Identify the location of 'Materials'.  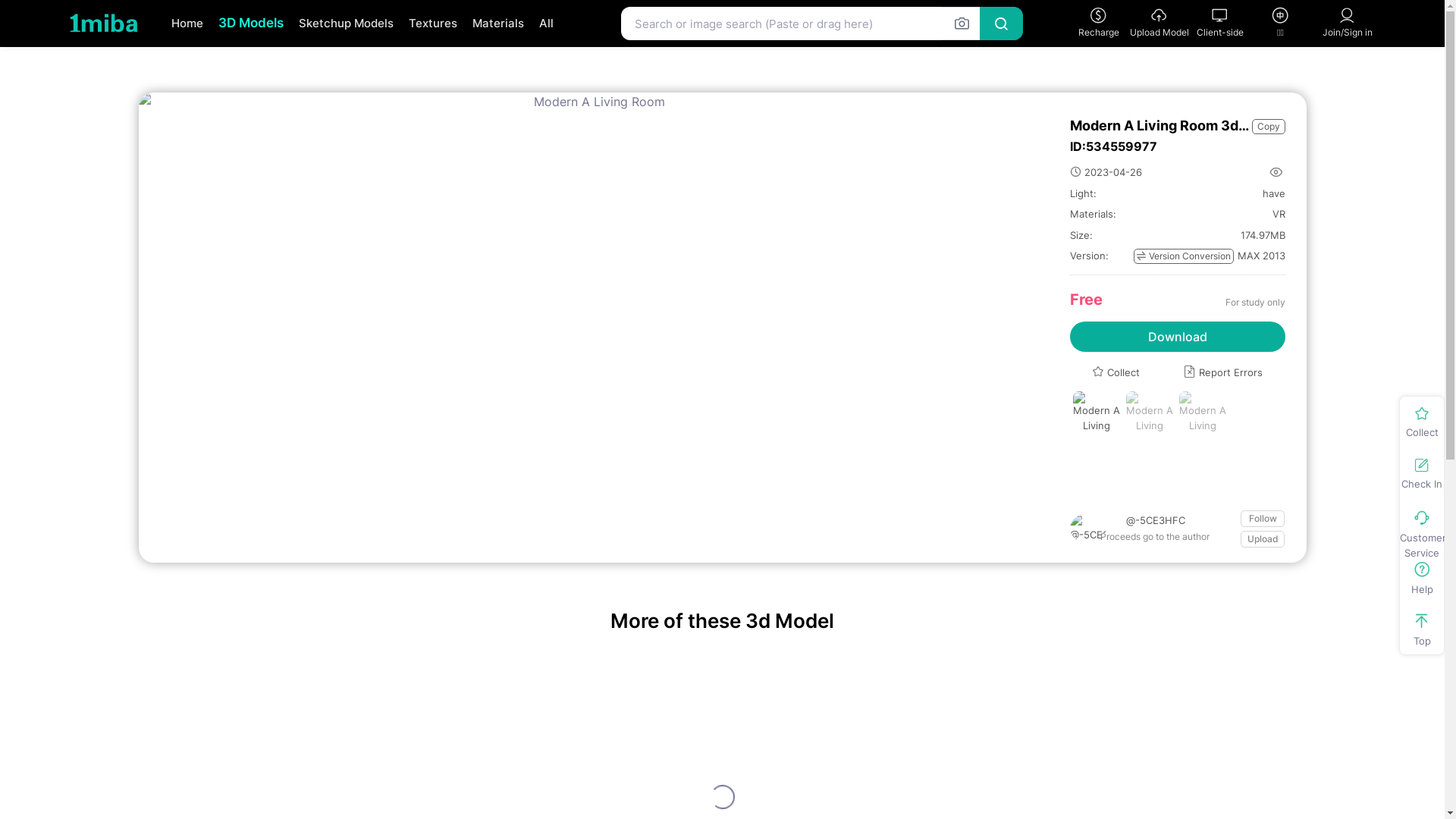
(463, 24).